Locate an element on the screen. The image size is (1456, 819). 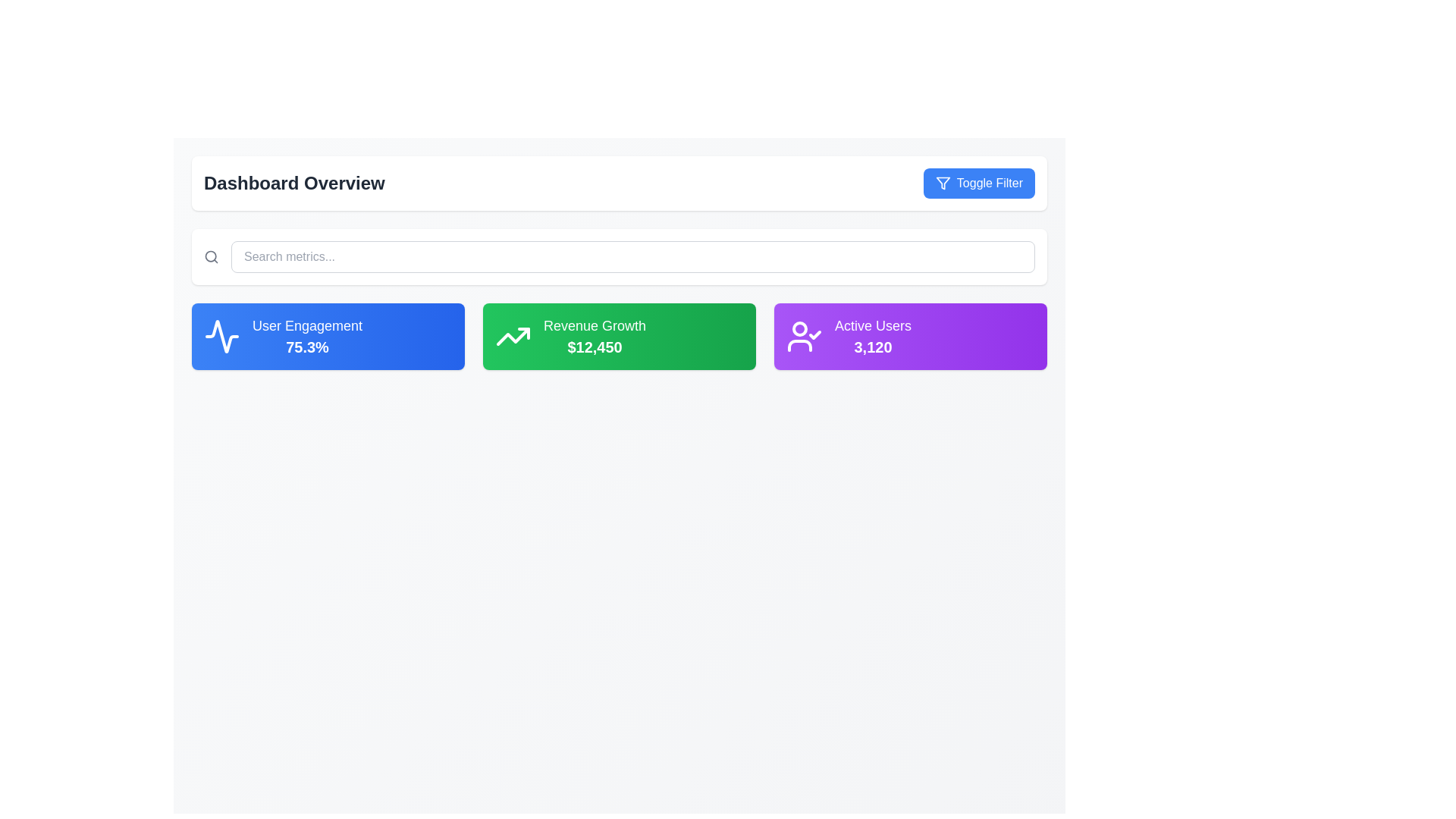
the growth icon located within the green 'Revenue Growth' card, adjacent to the text '$12,450' is located at coordinates (513, 335).